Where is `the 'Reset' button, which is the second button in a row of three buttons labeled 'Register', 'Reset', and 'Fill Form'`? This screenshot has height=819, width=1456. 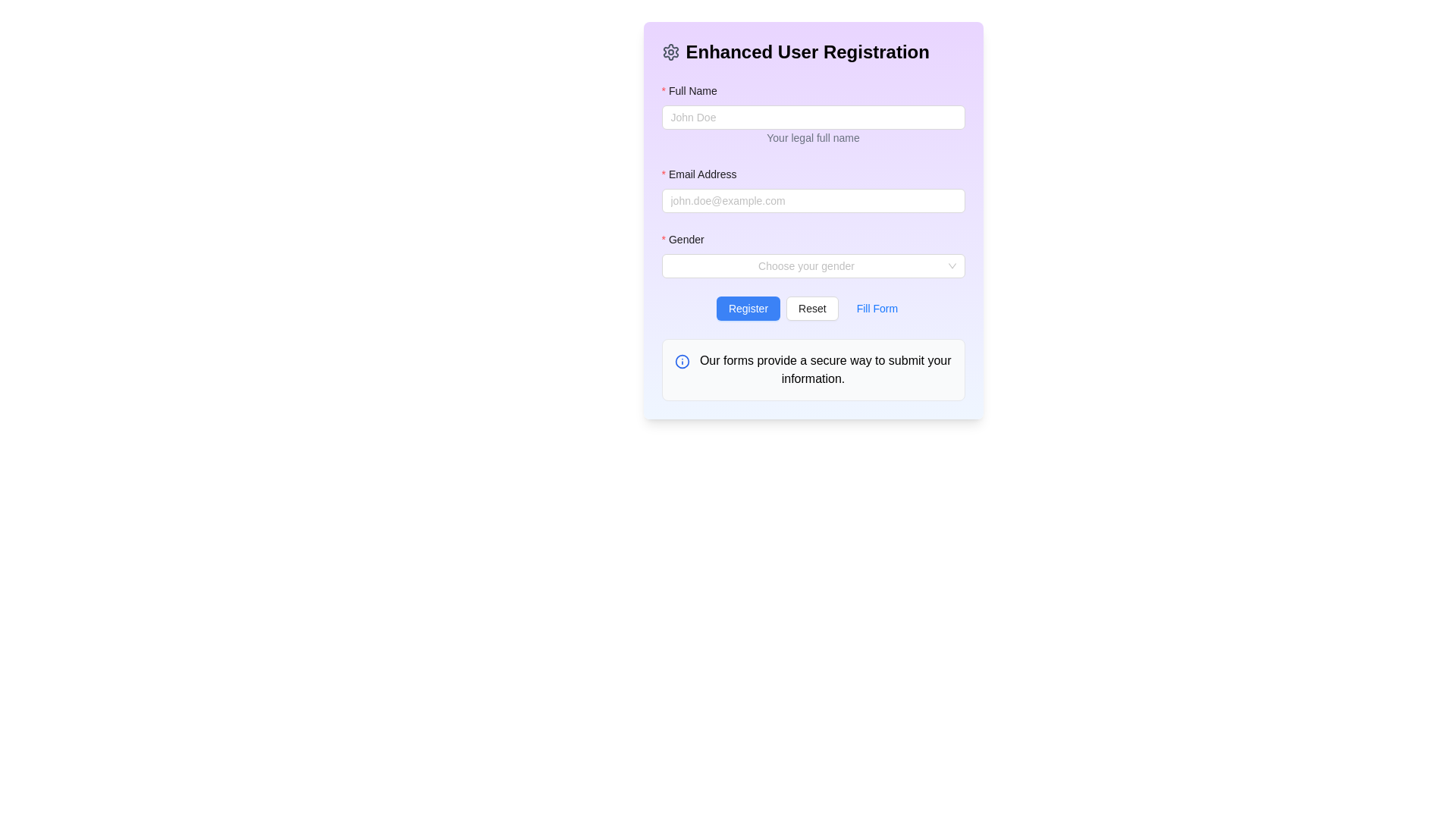
the 'Reset' button, which is the second button in a row of three buttons labeled 'Register', 'Reset', and 'Fill Form' is located at coordinates (812, 308).